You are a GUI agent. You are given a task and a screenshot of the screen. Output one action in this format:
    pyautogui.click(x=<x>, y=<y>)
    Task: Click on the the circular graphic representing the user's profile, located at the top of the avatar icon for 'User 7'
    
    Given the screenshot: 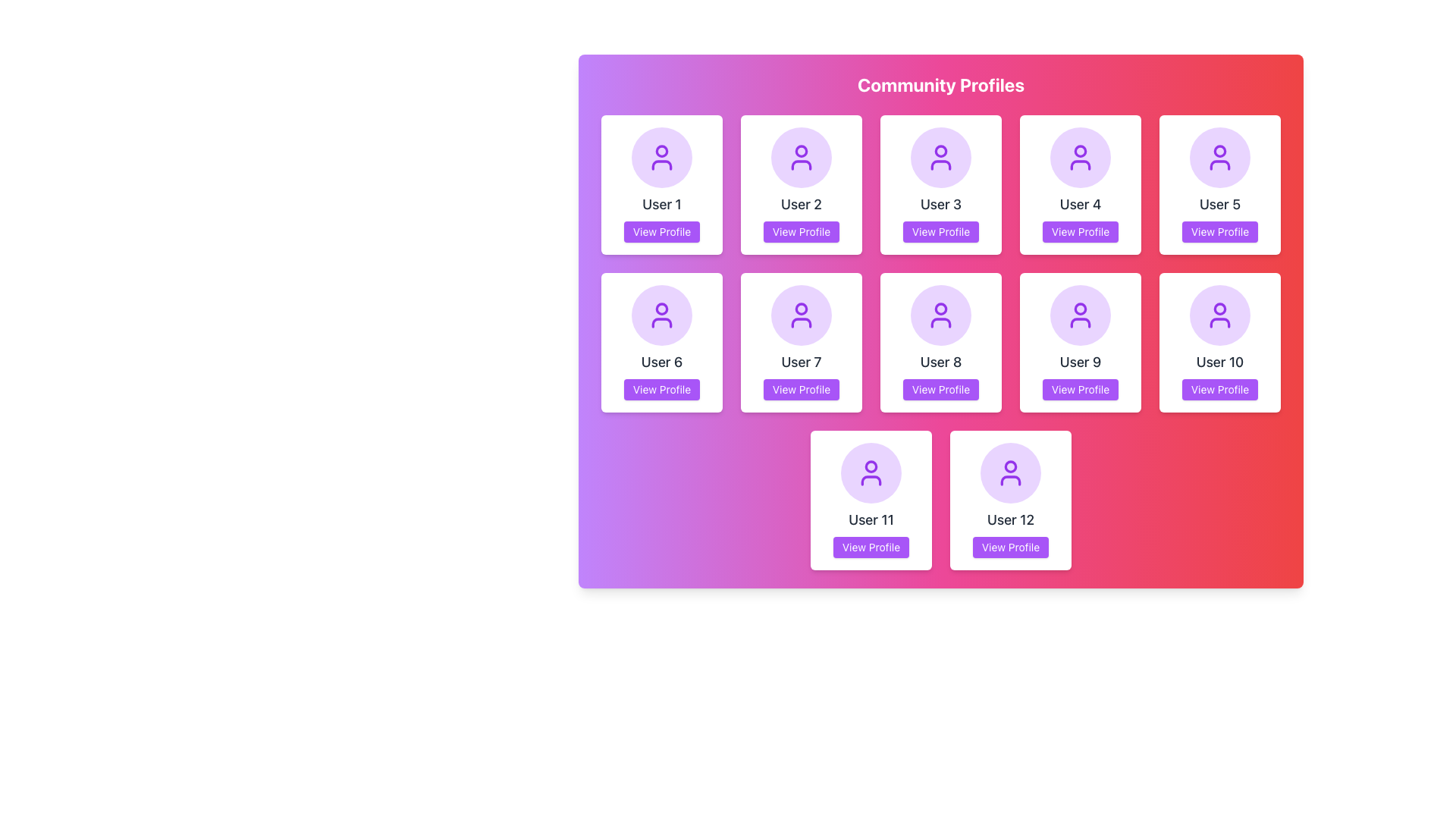 What is the action you would take?
    pyautogui.click(x=800, y=308)
    